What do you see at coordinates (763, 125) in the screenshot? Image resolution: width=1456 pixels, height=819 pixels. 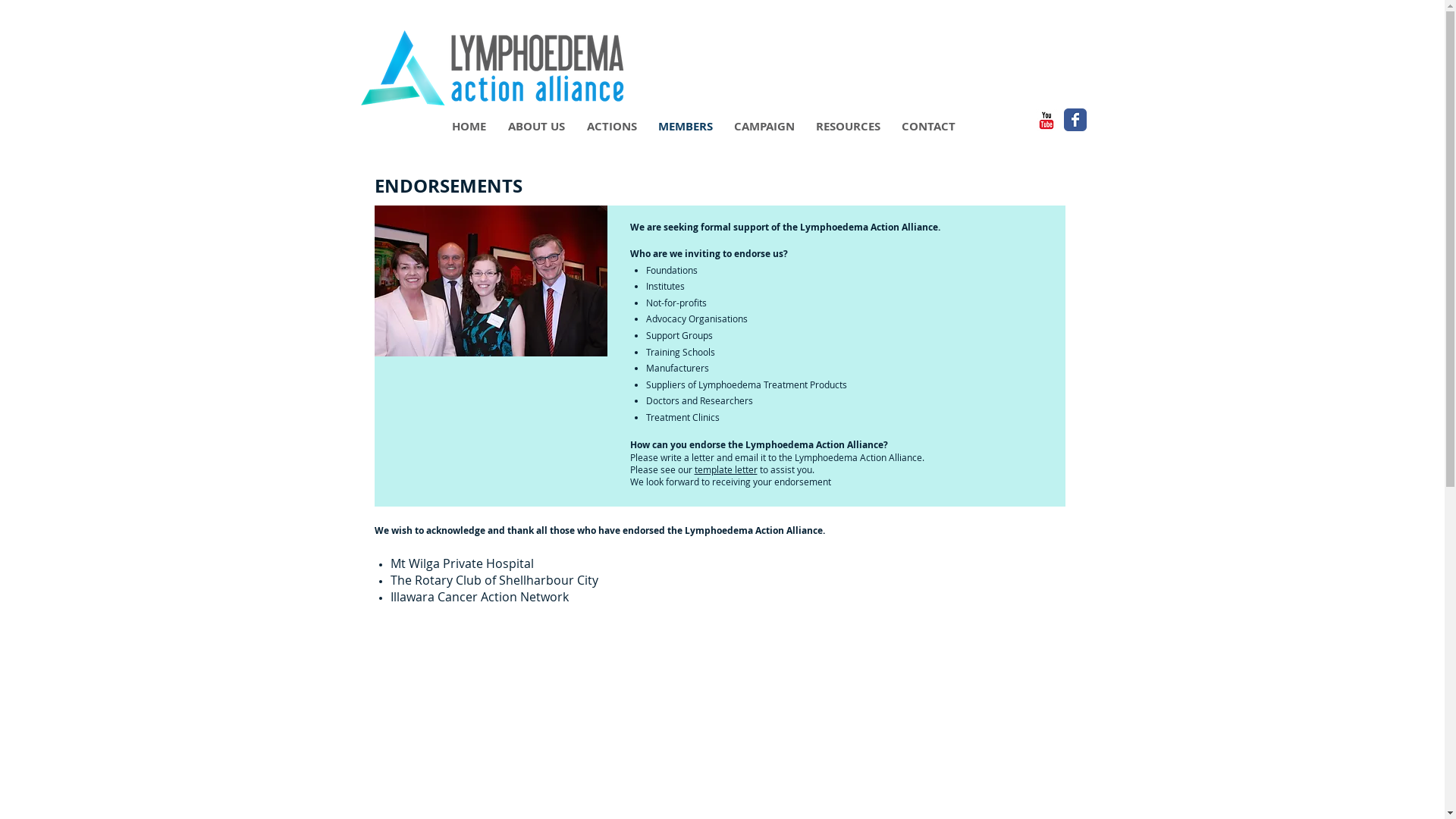 I see `'CAMPAIGN'` at bounding box center [763, 125].